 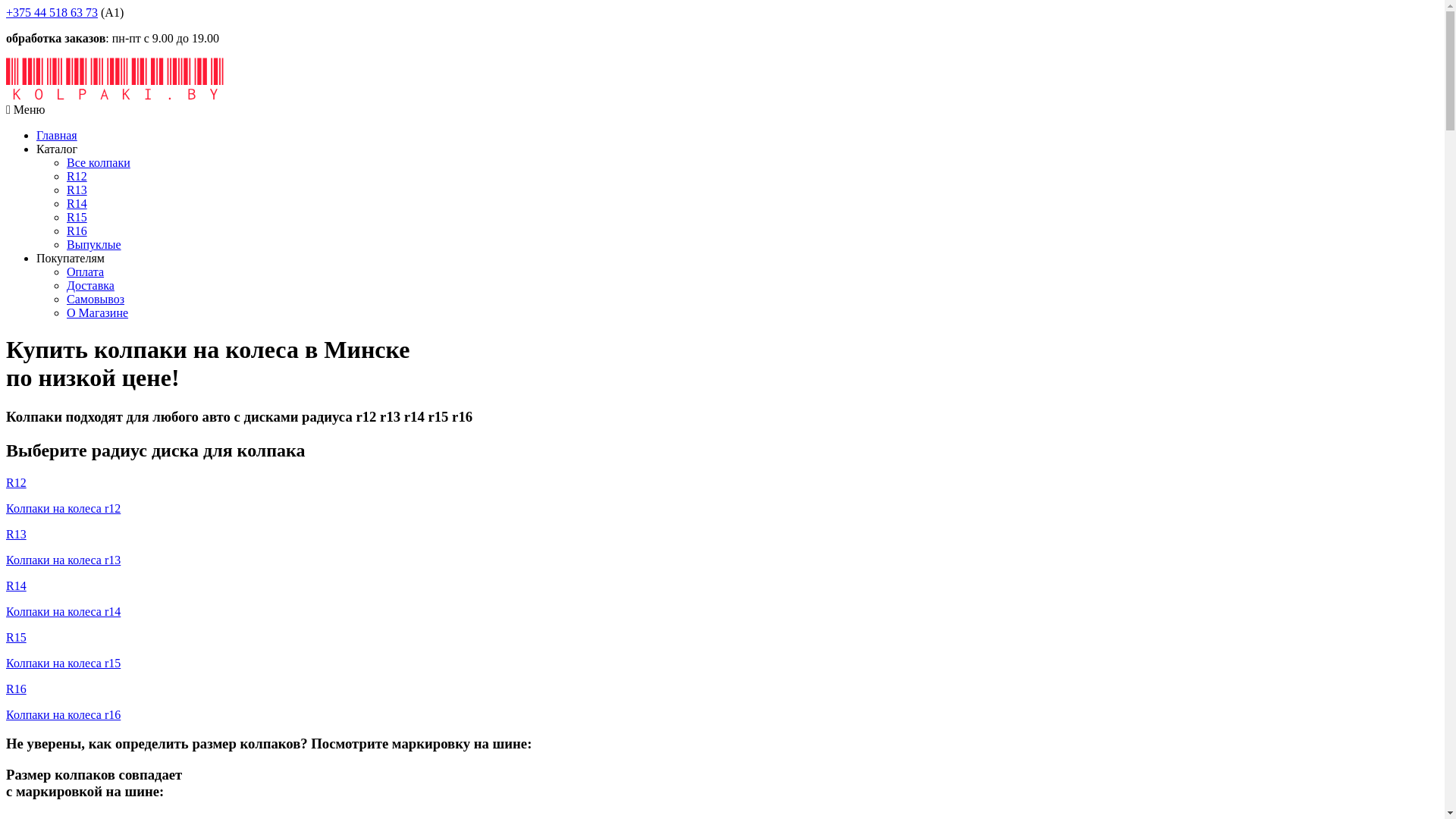 What do you see at coordinates (76, 231) in the screenshot?
I see `'R16'` at bounding box center [76, 231].